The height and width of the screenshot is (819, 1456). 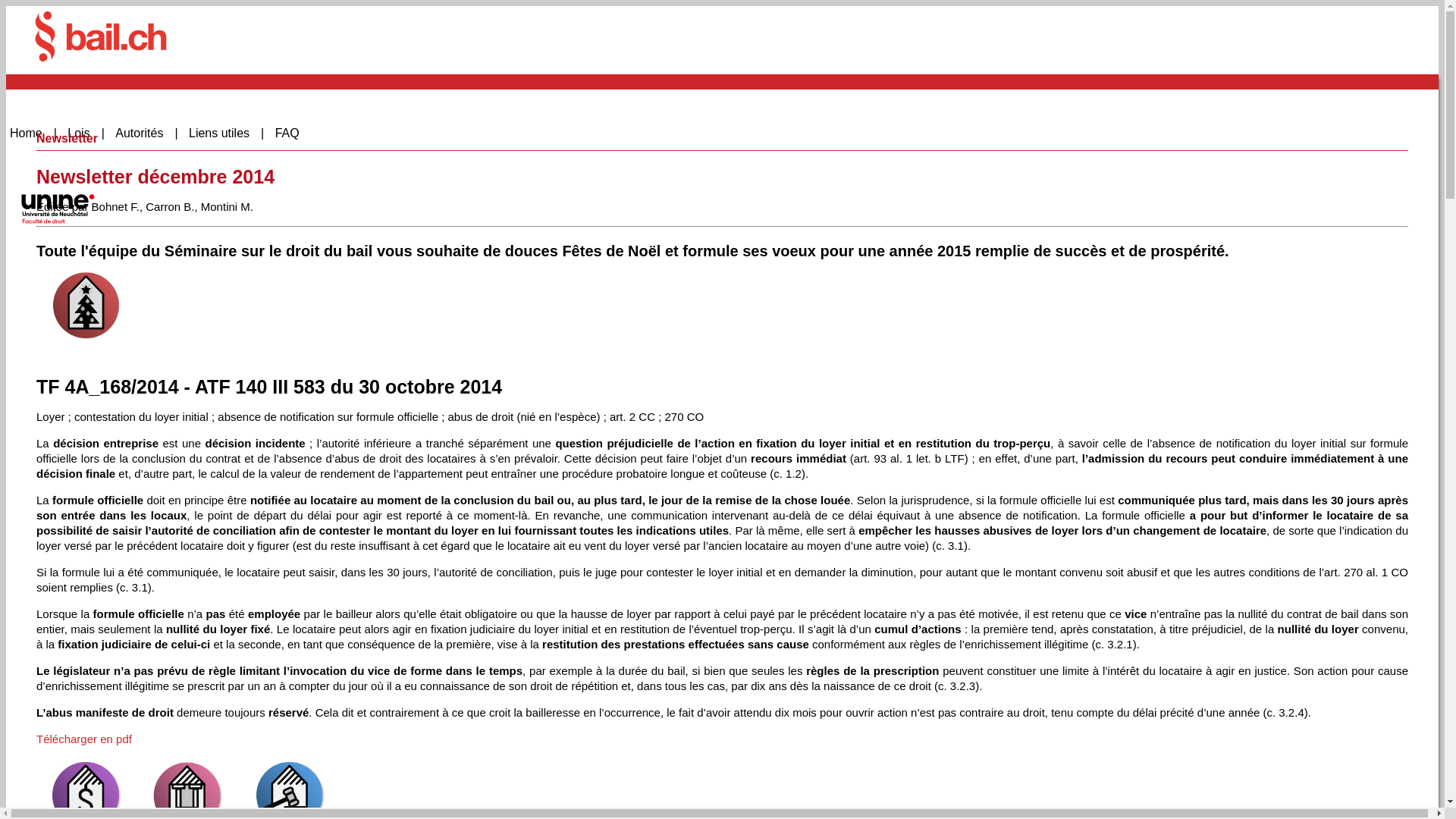 I want to click on 'FAQ', so click(x=293, y=133).